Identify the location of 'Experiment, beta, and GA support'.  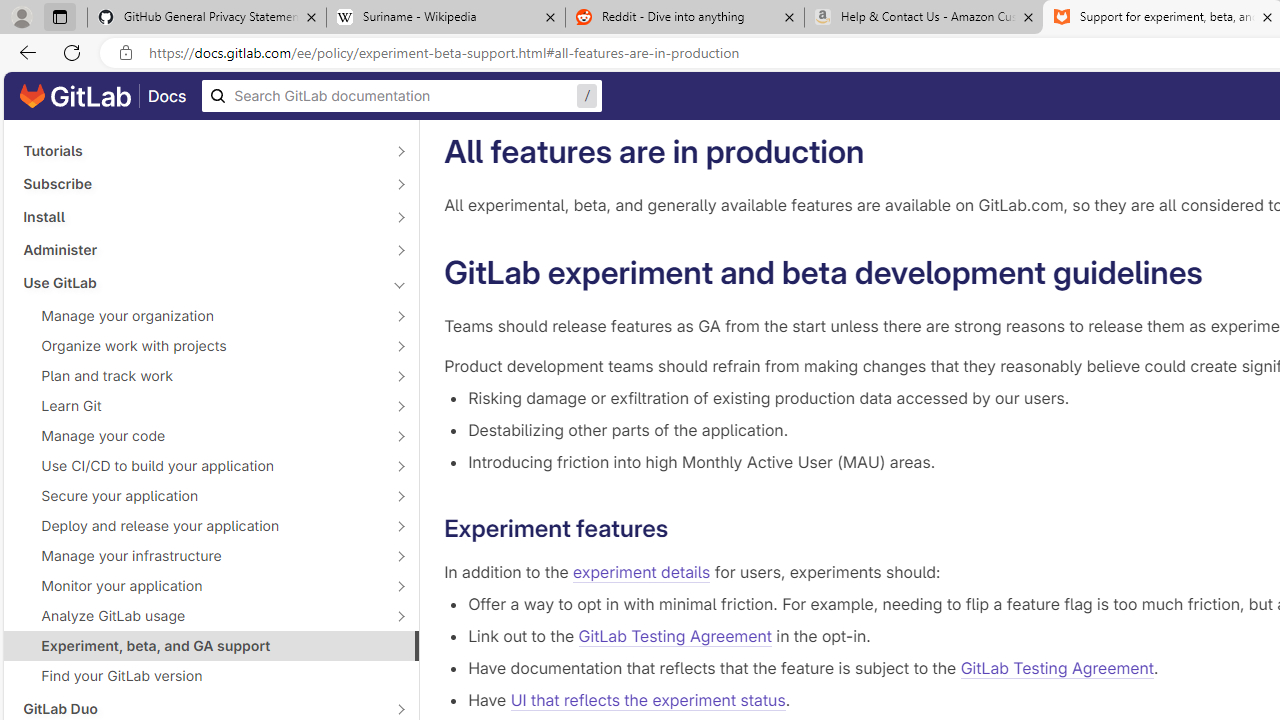
(211, 645).